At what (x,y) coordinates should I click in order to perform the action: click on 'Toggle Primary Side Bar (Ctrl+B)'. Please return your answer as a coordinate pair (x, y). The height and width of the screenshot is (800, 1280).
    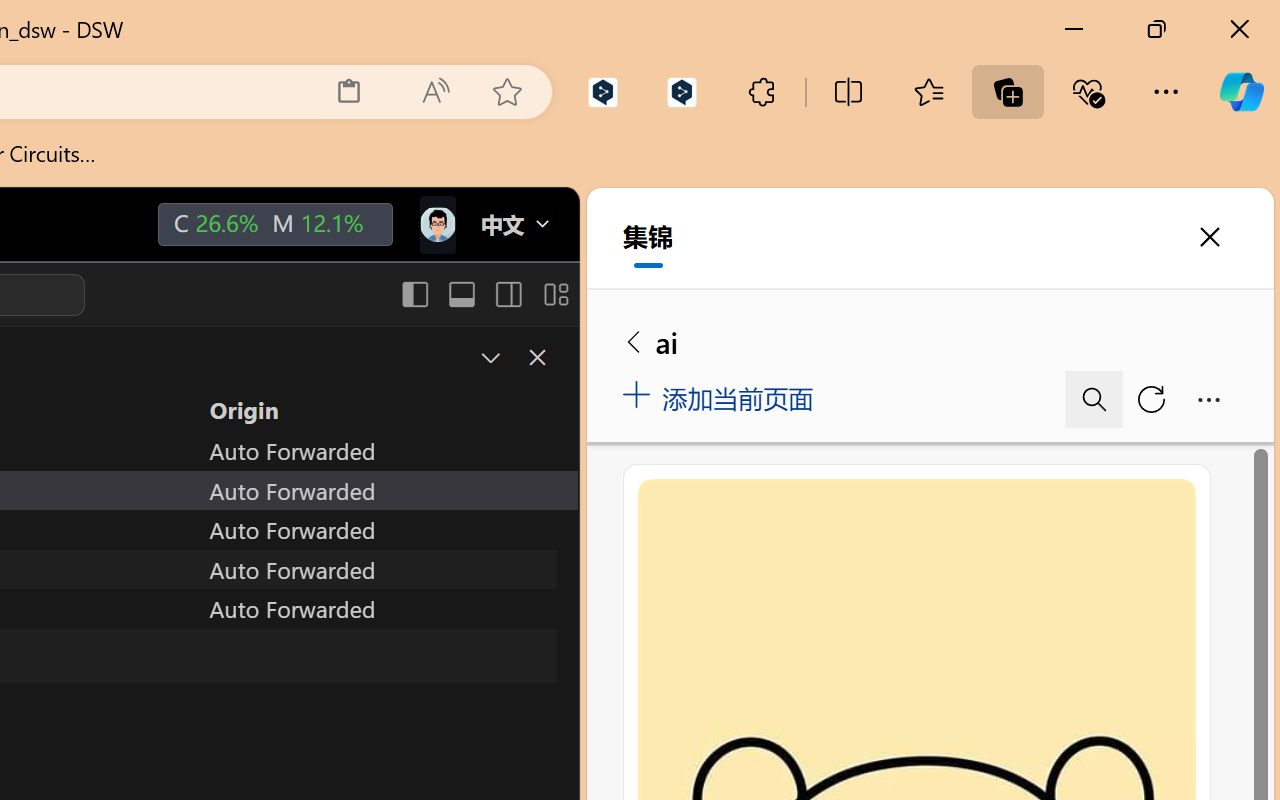
    Looking at the image, I should click on (413, 294).